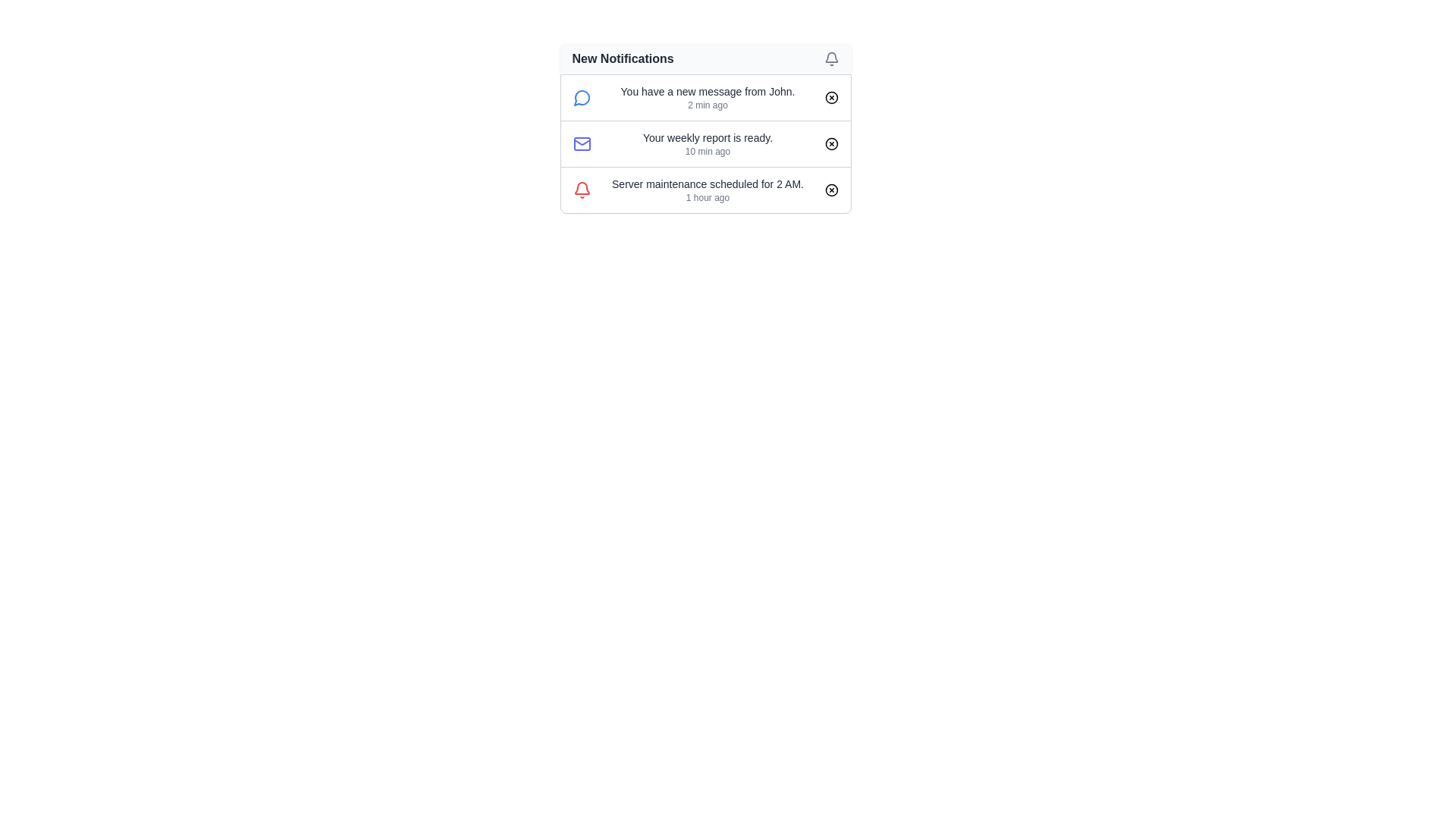  I want to click on the notification icon located in the 'New Notifications' panel at the top-right corner of the interface, so click(830, 56).